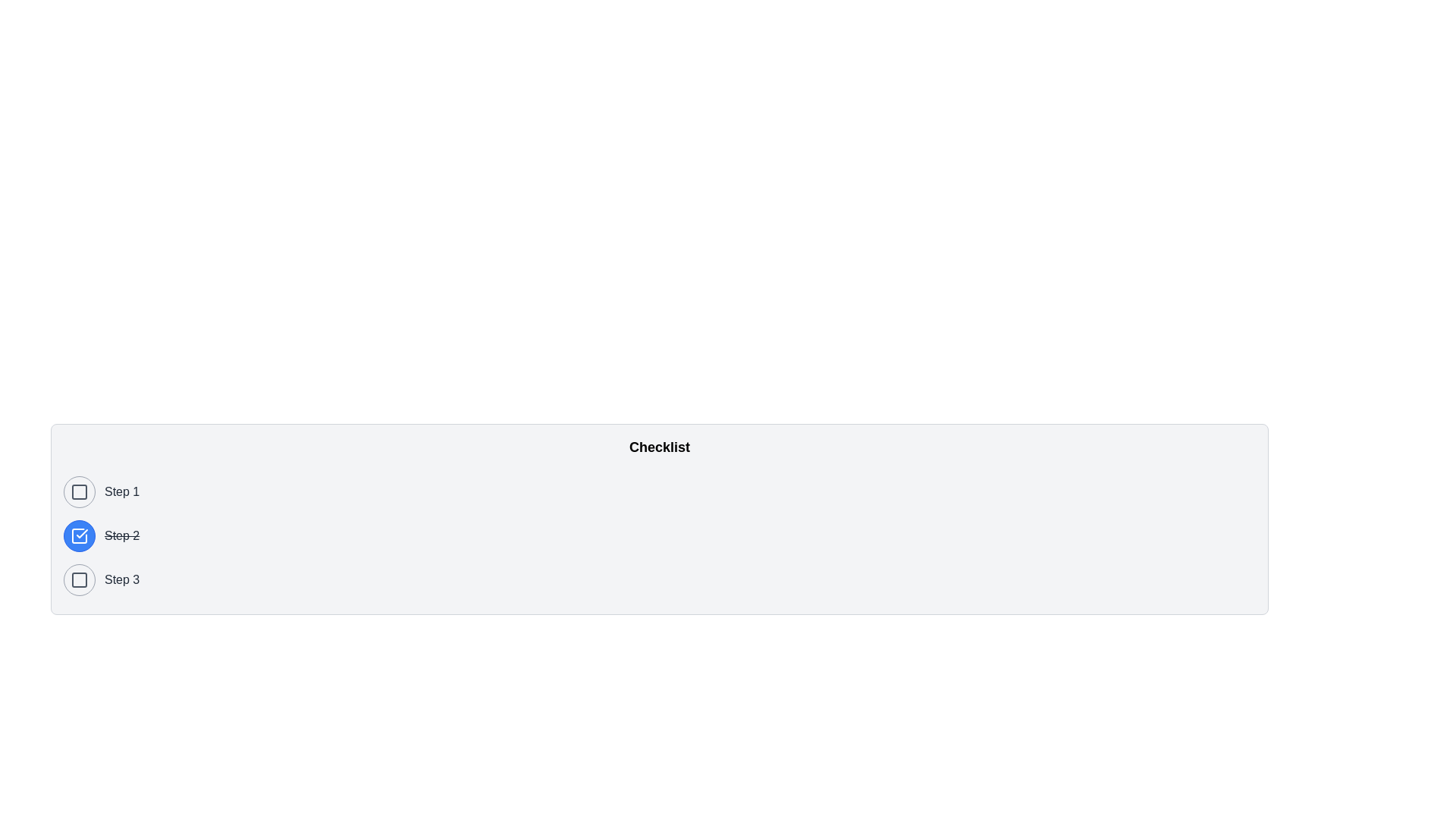  What do you see at coordinates (79, 579) in the screenshot?
I see `the interactive icon located to the left of the 'Step 3' text label` at bounding box center [79, 579].